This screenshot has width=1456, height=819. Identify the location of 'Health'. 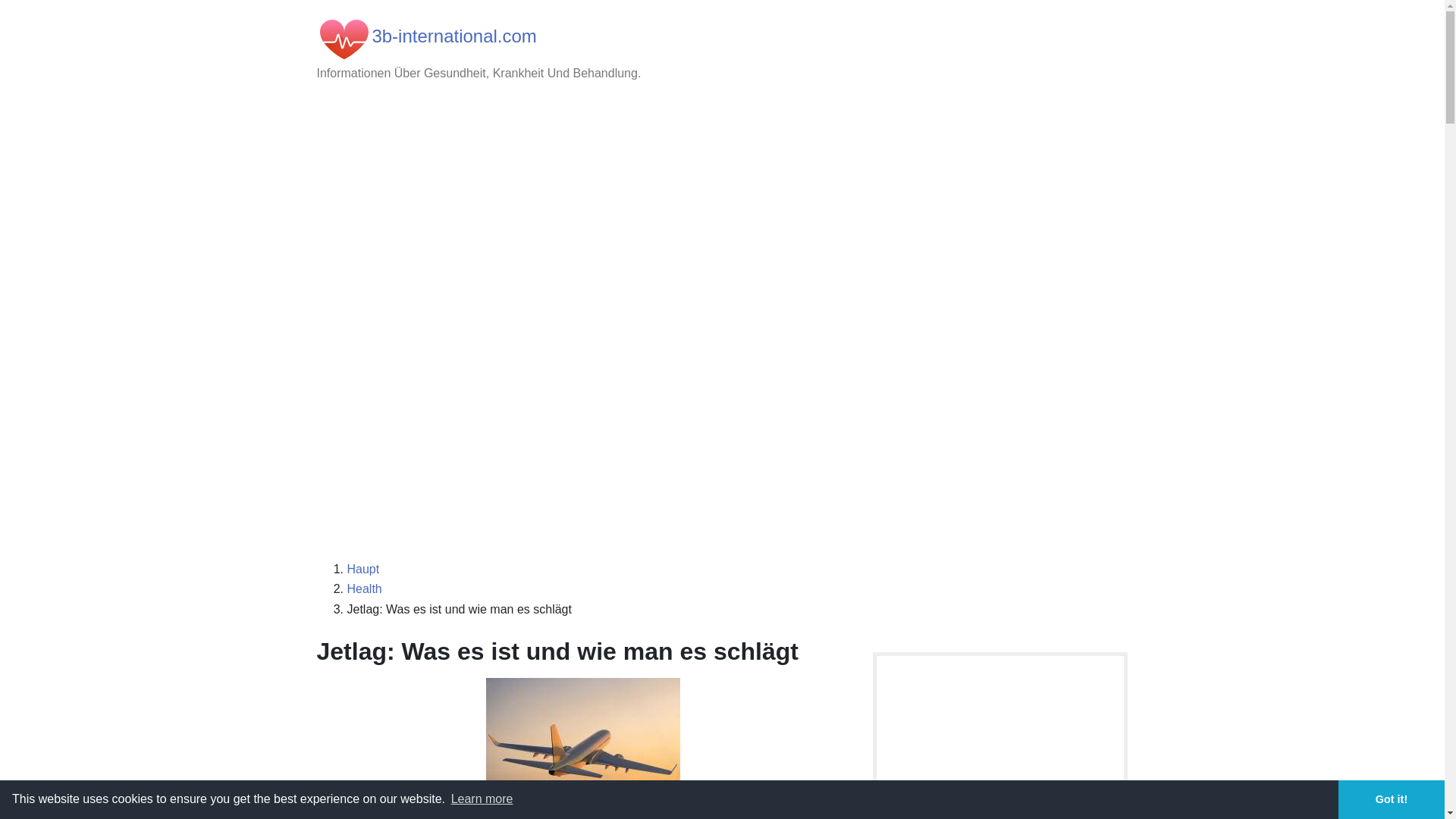
(364, 588).